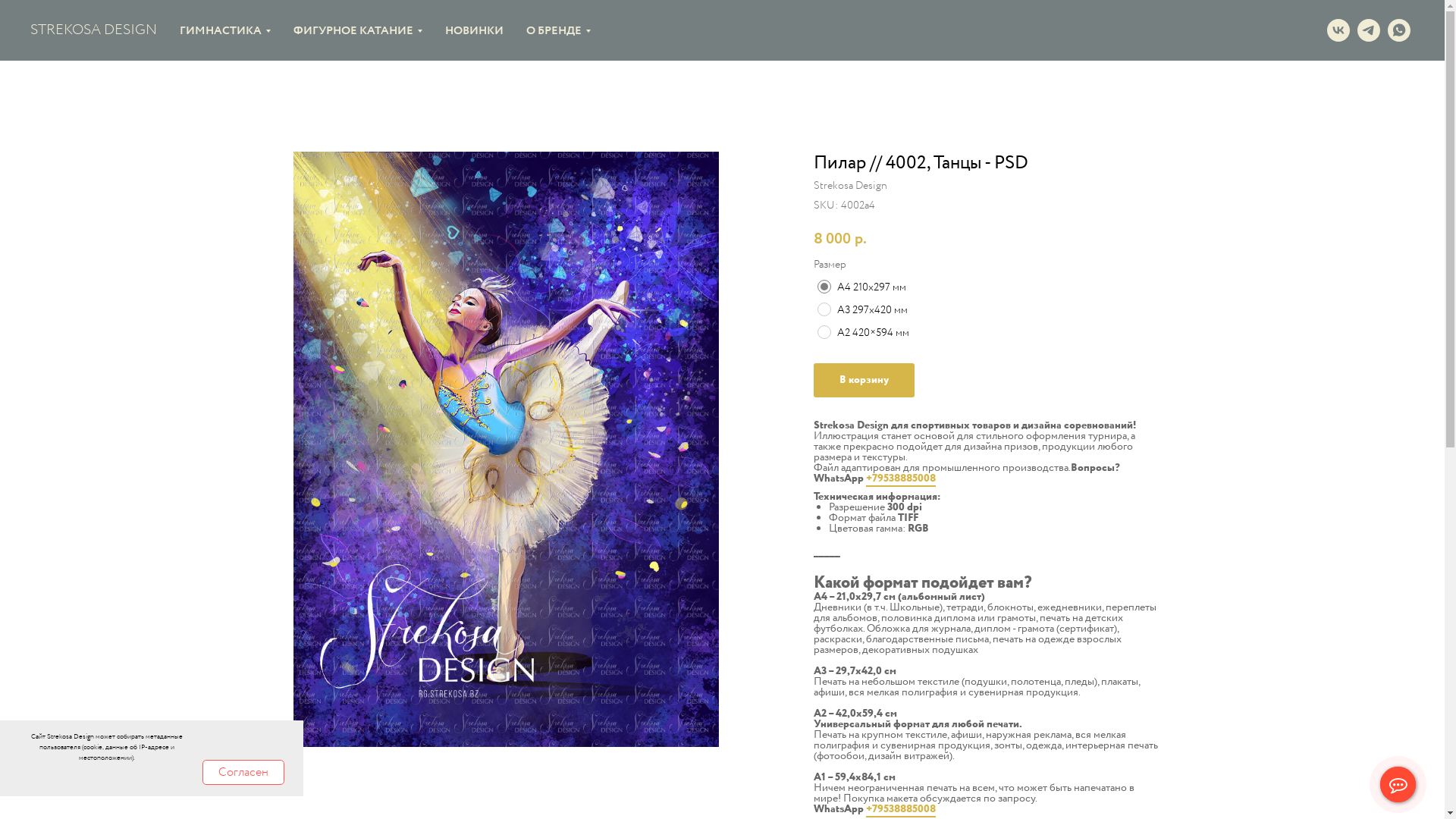  Describe the element at coordinates (901, 479) in the screenshot. I see `'+79538885008'` at that location.